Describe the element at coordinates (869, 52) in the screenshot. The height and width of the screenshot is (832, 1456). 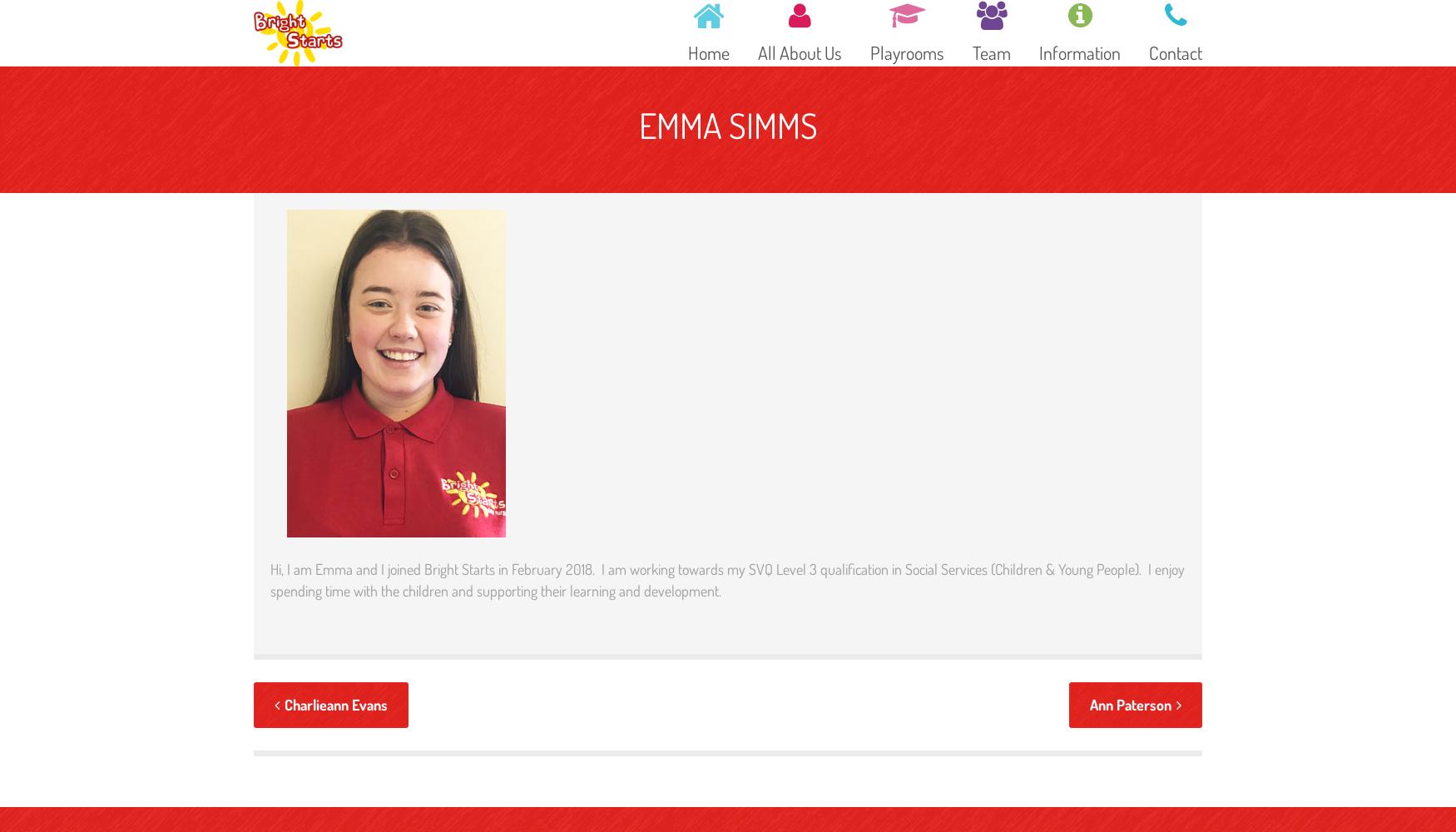
I see `'Playrooms'` at that location.